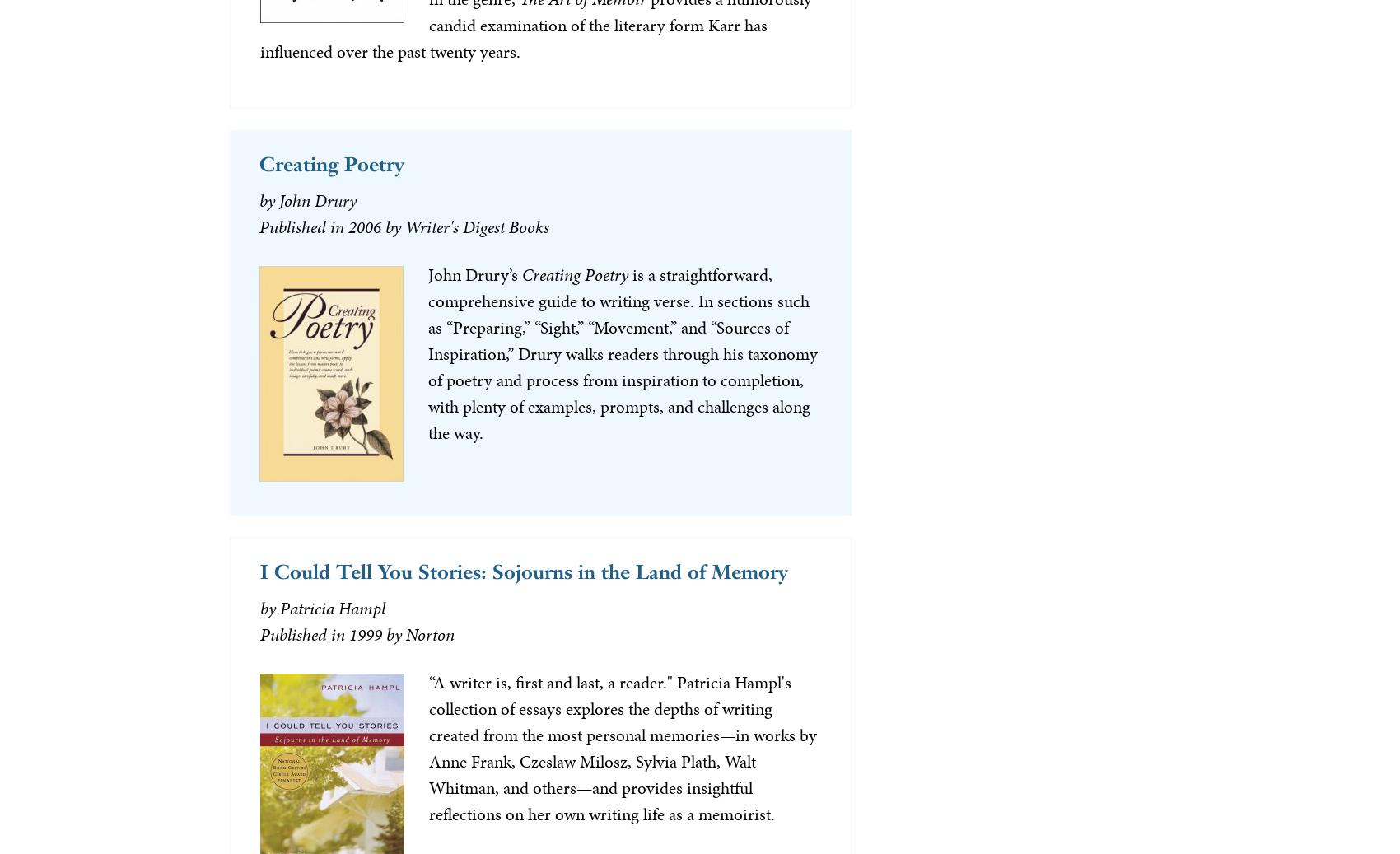  I want to click on 'is a straightforward, comprehensive guide to writing verse. In sections such as “Preparing,” “Sight,” “Movement,” and “Sources of Inspiration,” Drury walks readers through his taxonomy of poetry and process from inspiration to completion, with plenty of examples, prompts, and challenges along the way.', so click(621, 352).